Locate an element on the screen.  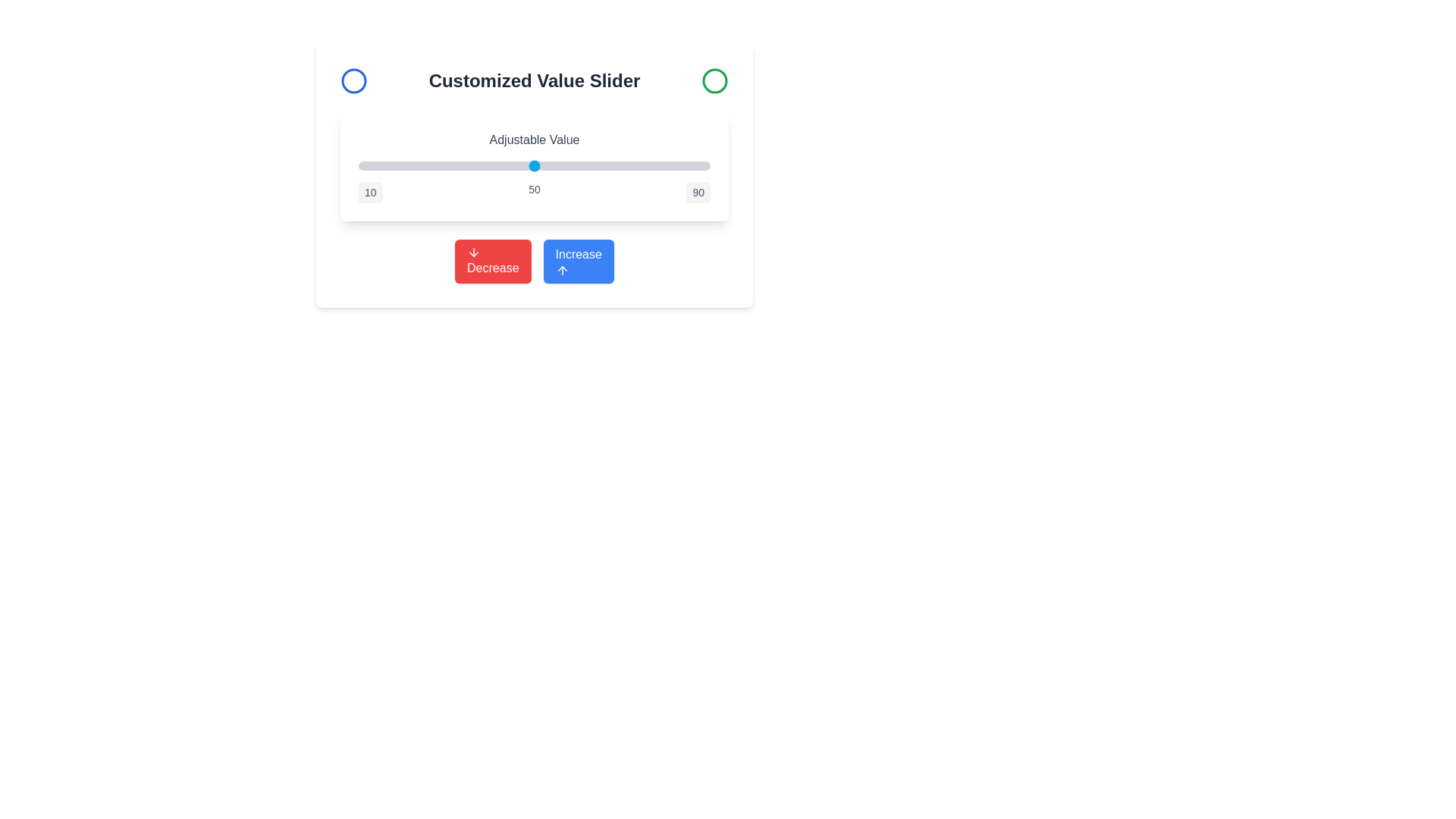
the 'Decrease' button, which is a rectangular button with rounded corners, a vibrant red background, and white text, by using keyboard focus and pressing Enter is located at coordinates (493, 260).